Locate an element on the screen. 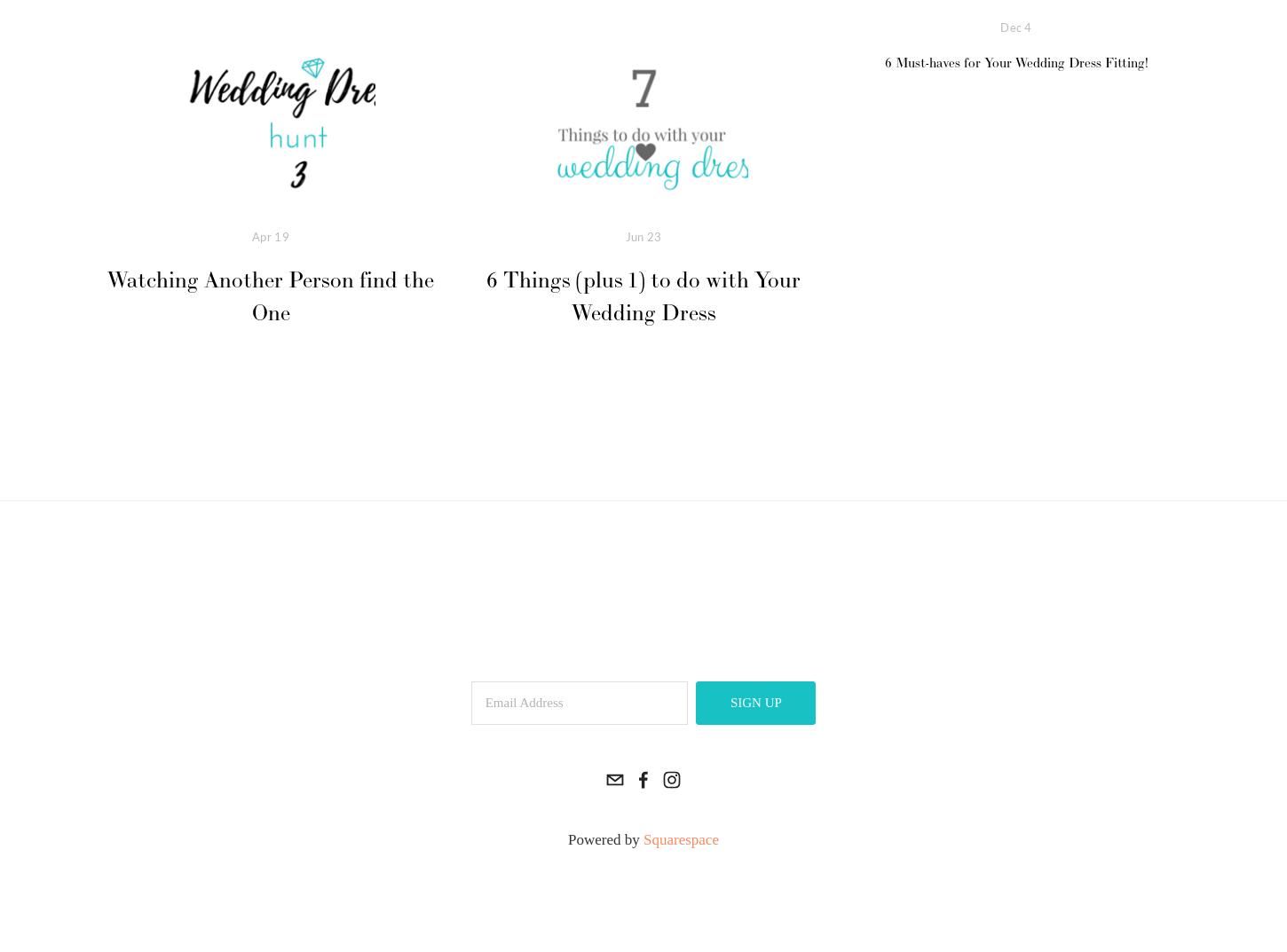  '4' is located at coordinates (1026, 26).